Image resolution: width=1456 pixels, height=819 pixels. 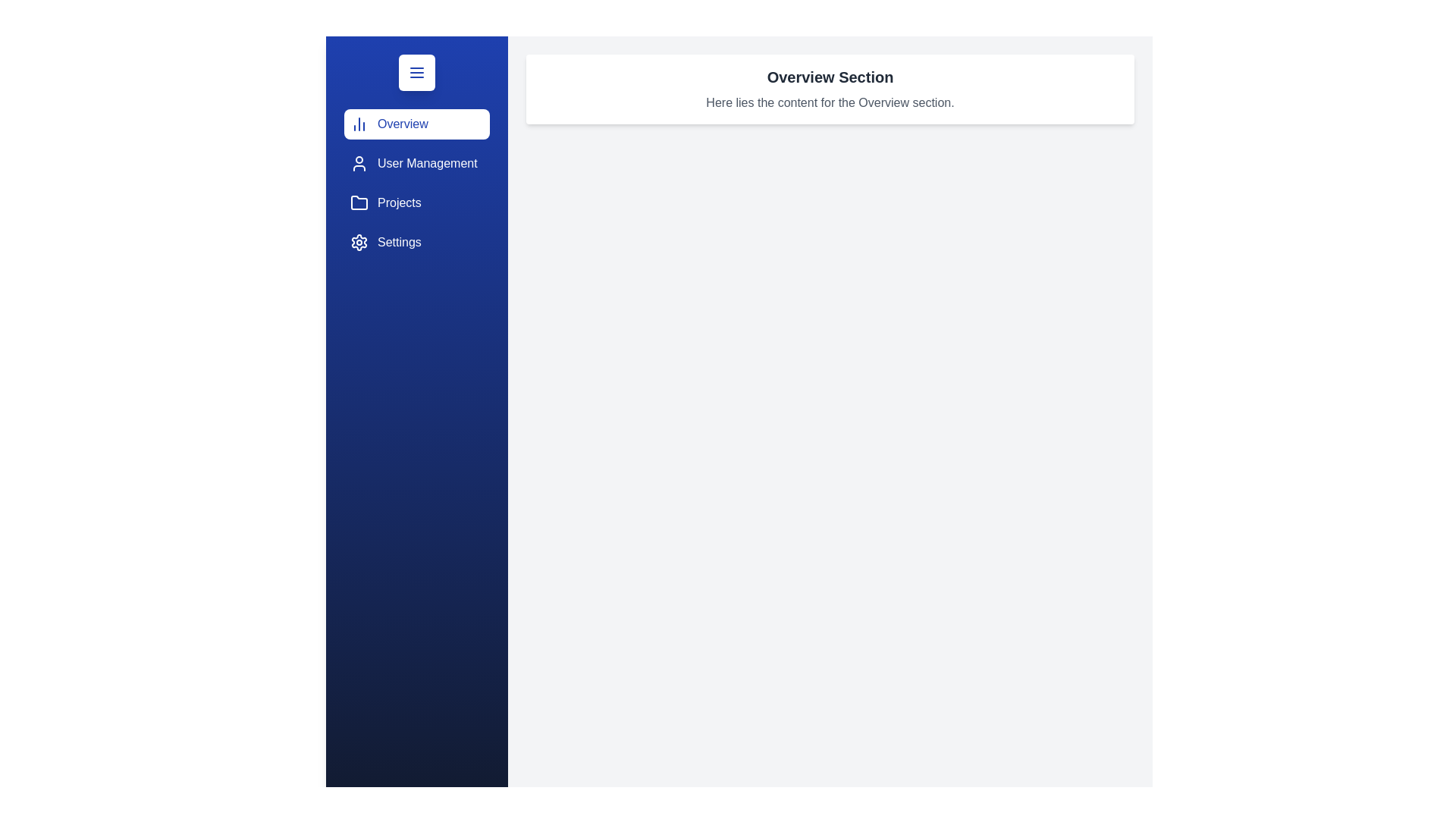 I want to click on the sidebar section Overview by clicking on its corresponding area, so click(x=417, y=124).